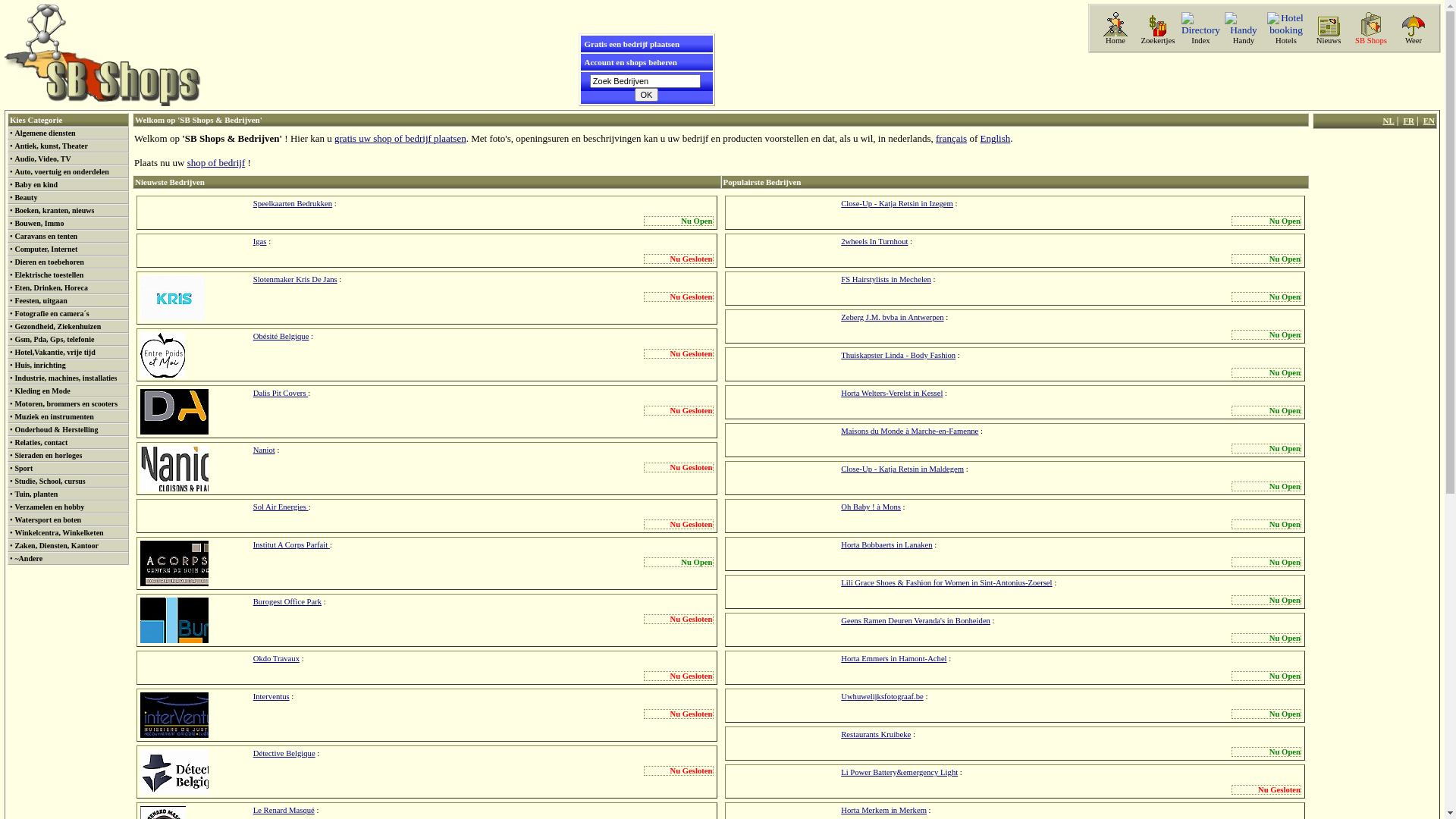 The height and width of the screenshot is (819, 1456). I want to click on 'EN', so click(1428, 119).